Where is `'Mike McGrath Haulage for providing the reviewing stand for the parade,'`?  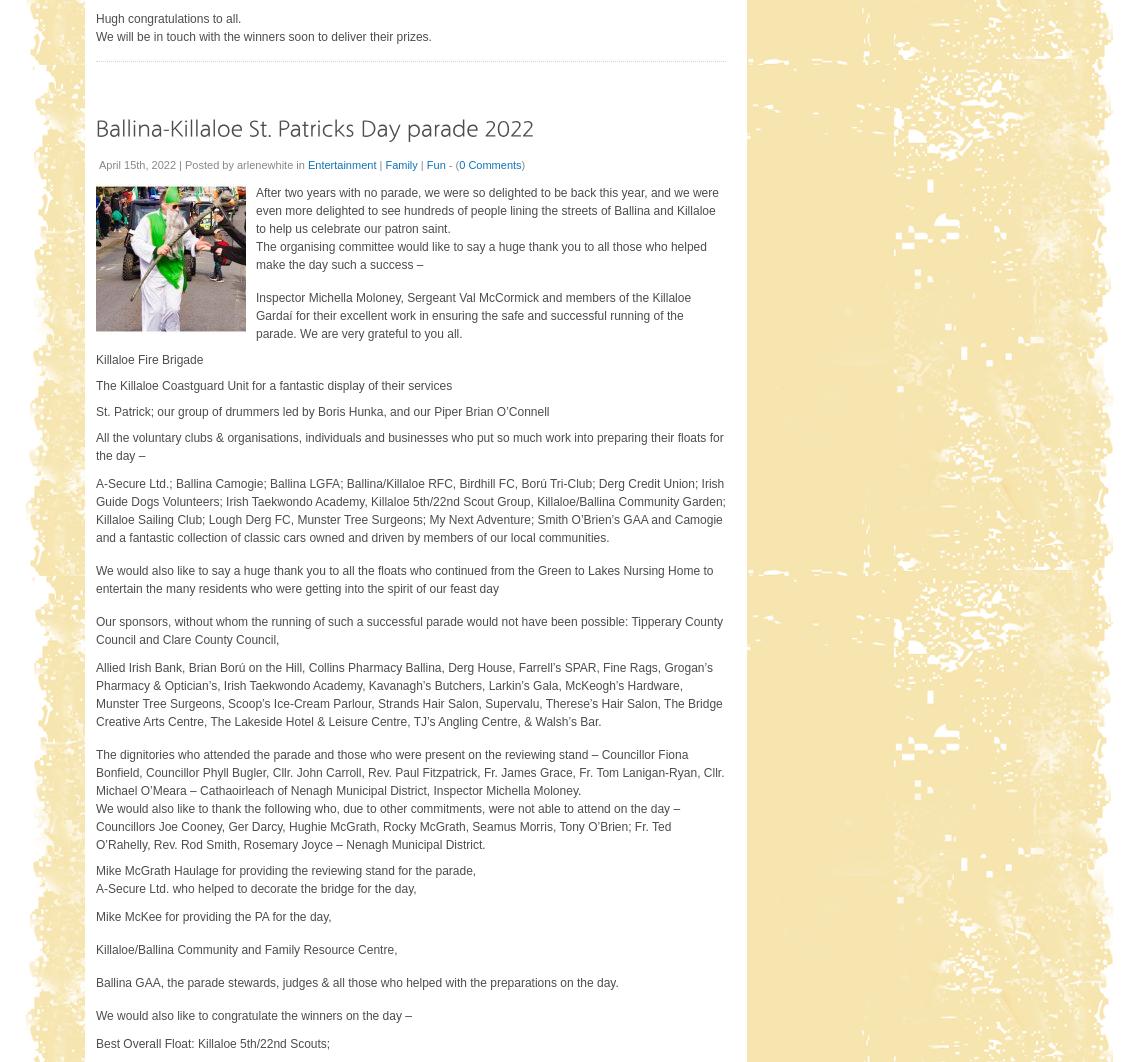
'Mike McGrath Haulage for providing the reviewing stand for the parade,' is located at coordinates (286, 868).